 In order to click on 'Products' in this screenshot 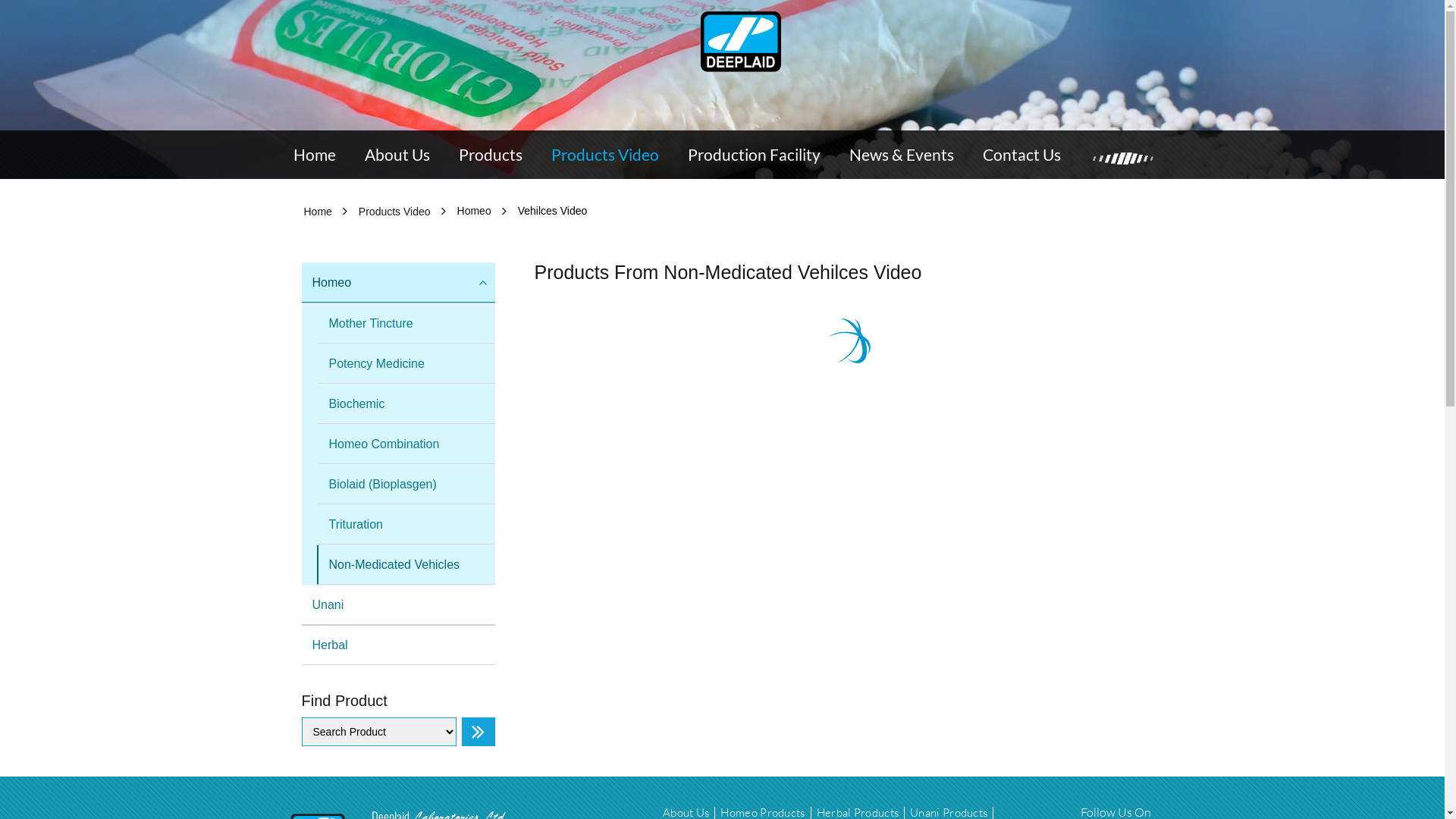, I will do `click(490, 155)`.